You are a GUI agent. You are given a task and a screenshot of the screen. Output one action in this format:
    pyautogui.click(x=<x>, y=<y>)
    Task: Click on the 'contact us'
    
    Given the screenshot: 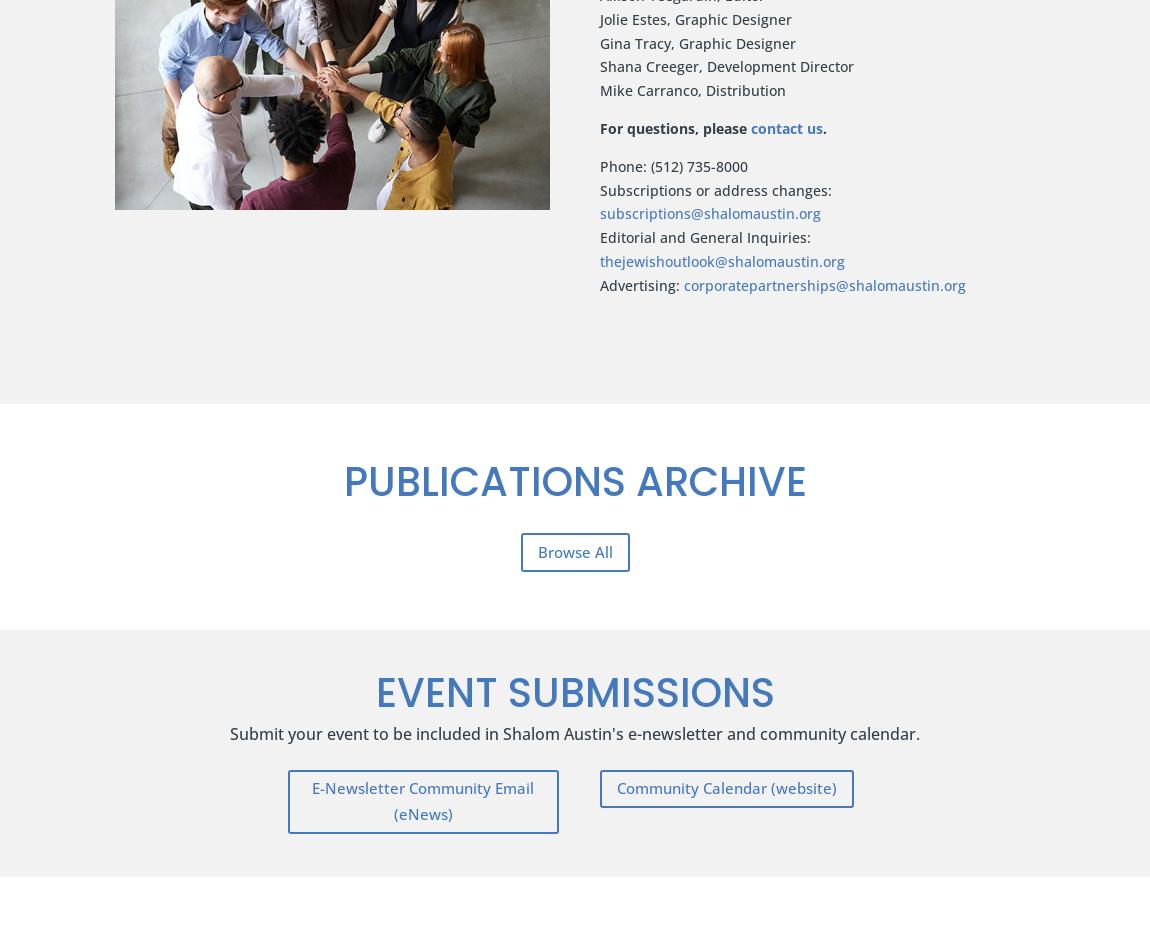 What is the action you would take?
    pyautogui.click(x=785, y=127)
    